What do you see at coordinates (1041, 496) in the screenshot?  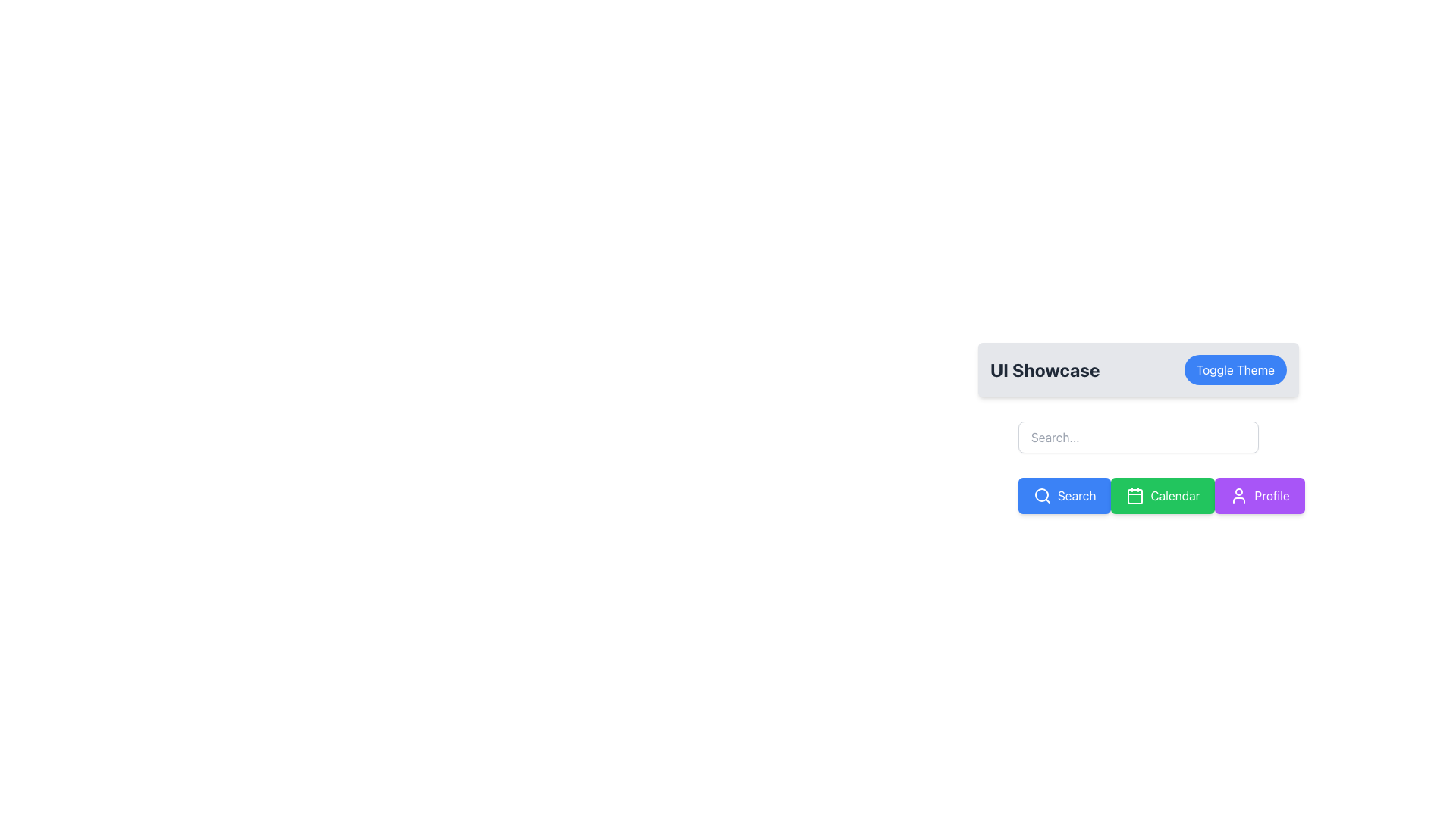 I see `the magnifying glass icon within the blue 'Search' button` at bounding box center [1041, 496].